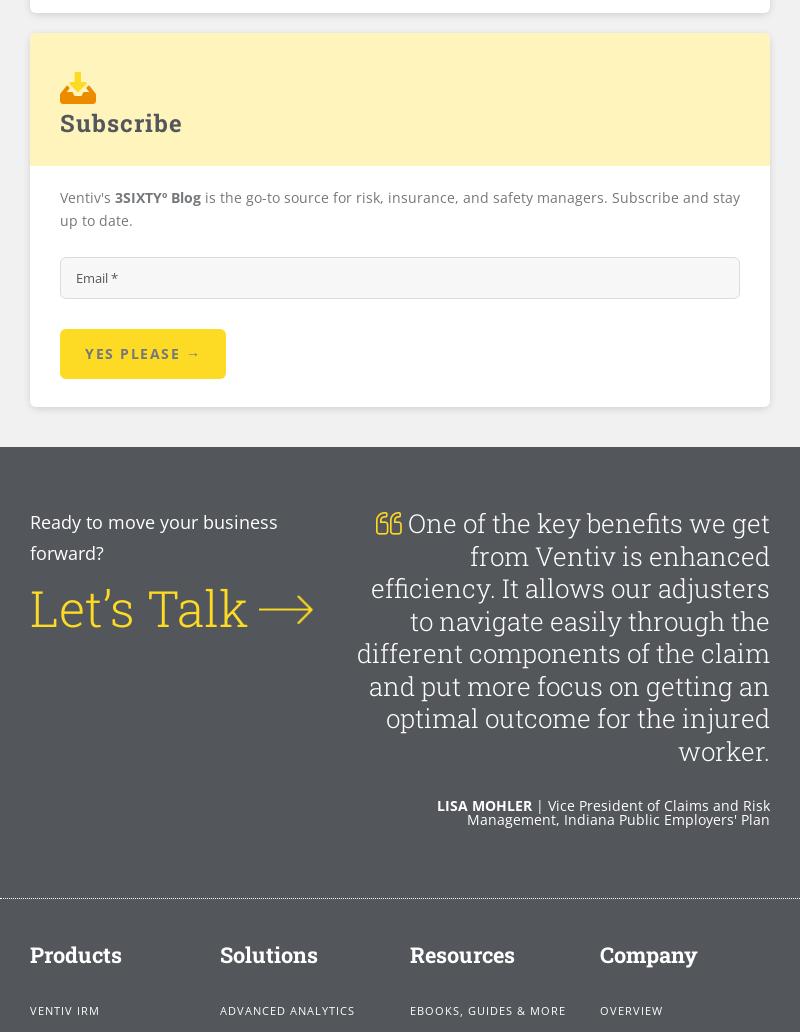  What do you see at coordinates (558, 604) in the screenshot?
I see `'Working with an experienced provider like Ventiv Technology is an important precondition of achieving our goals and furthering the mission of the County of Los Angeles.'` at bounding box center [558, 604].